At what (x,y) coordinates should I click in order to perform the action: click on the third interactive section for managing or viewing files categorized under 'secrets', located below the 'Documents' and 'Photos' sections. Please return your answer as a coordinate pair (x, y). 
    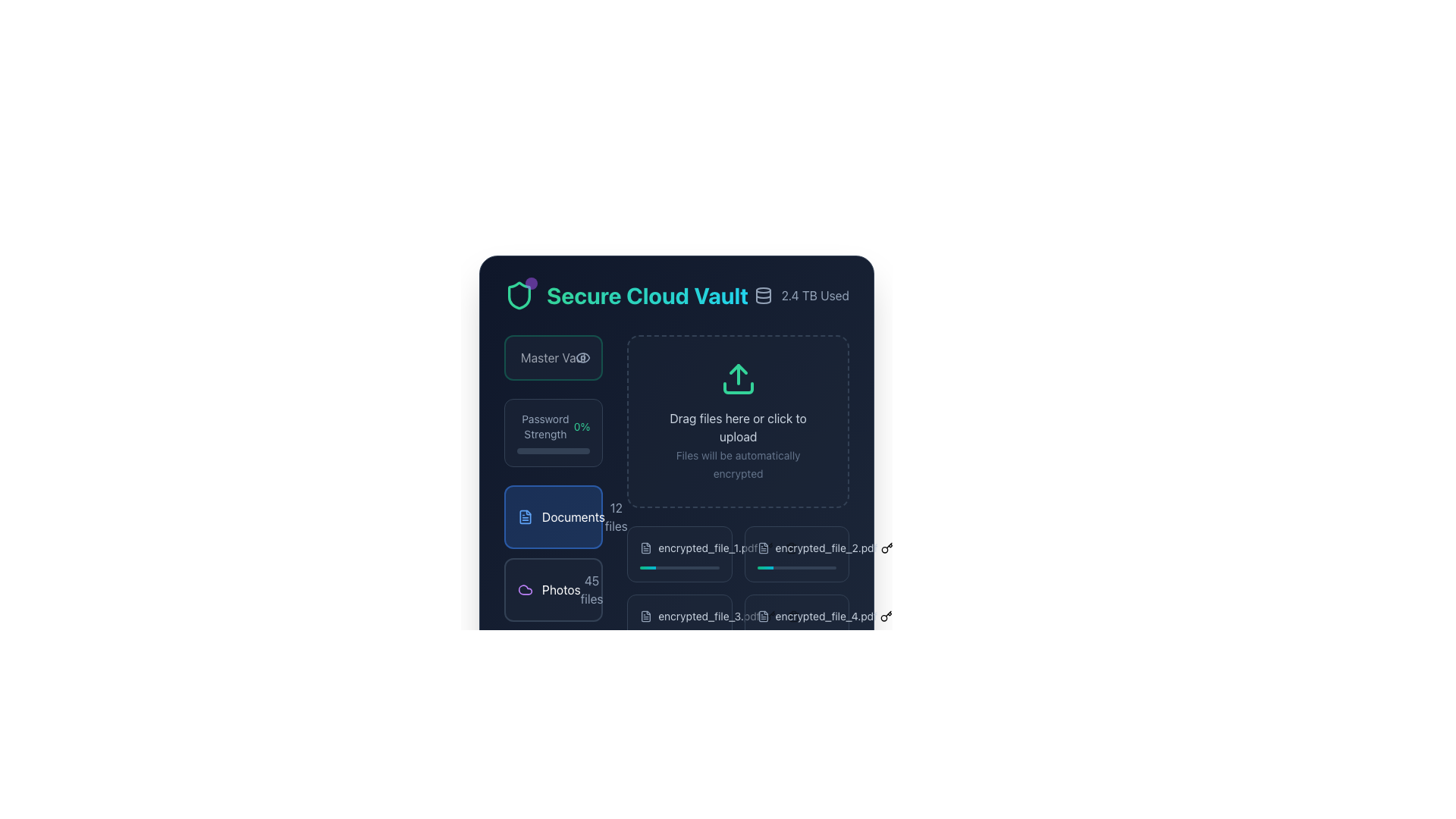
    Looking at the image, I should click on (553, 662).